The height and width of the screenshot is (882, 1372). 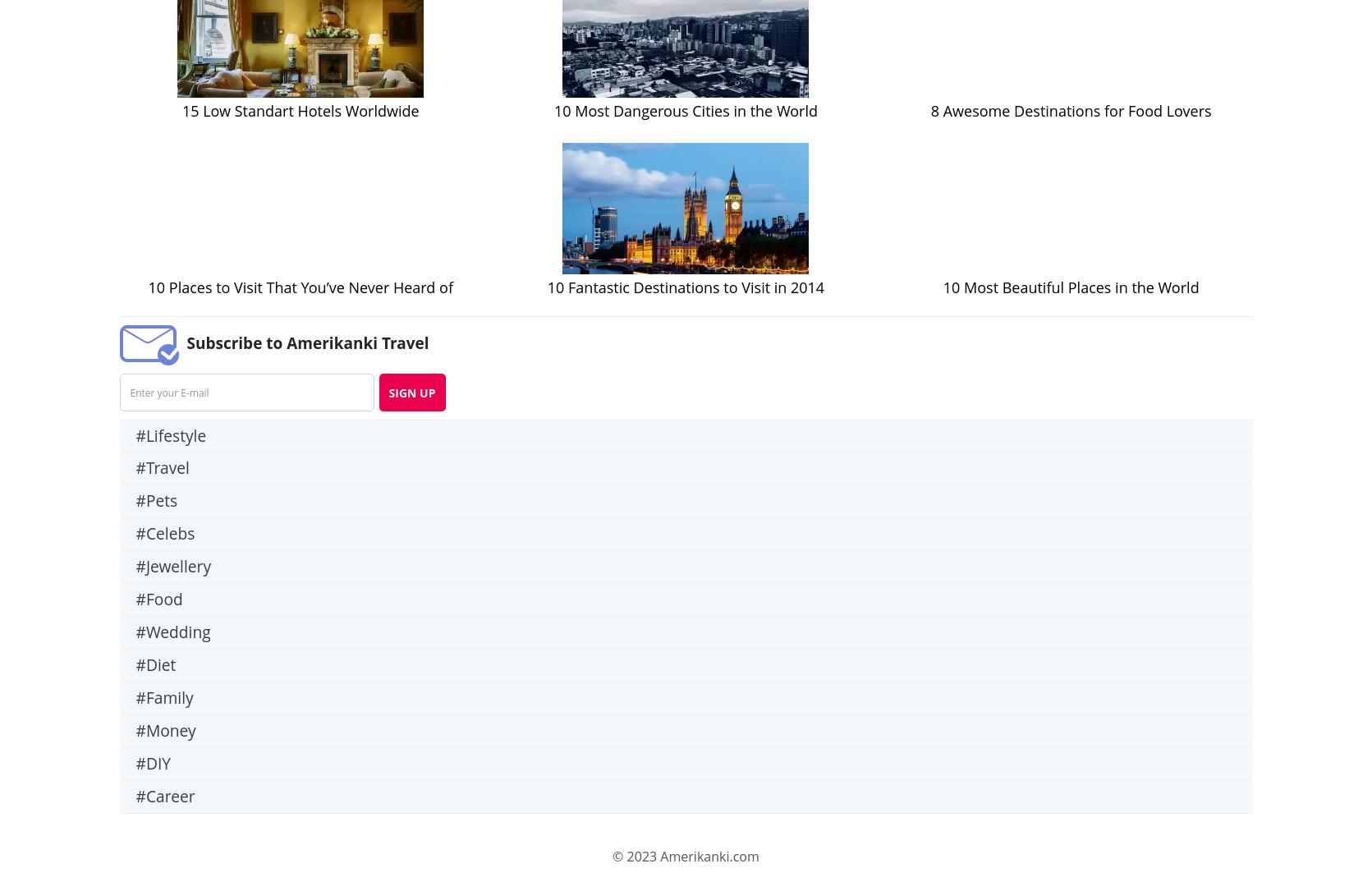 I want to click on 'Money', so click(x=170, y=729).